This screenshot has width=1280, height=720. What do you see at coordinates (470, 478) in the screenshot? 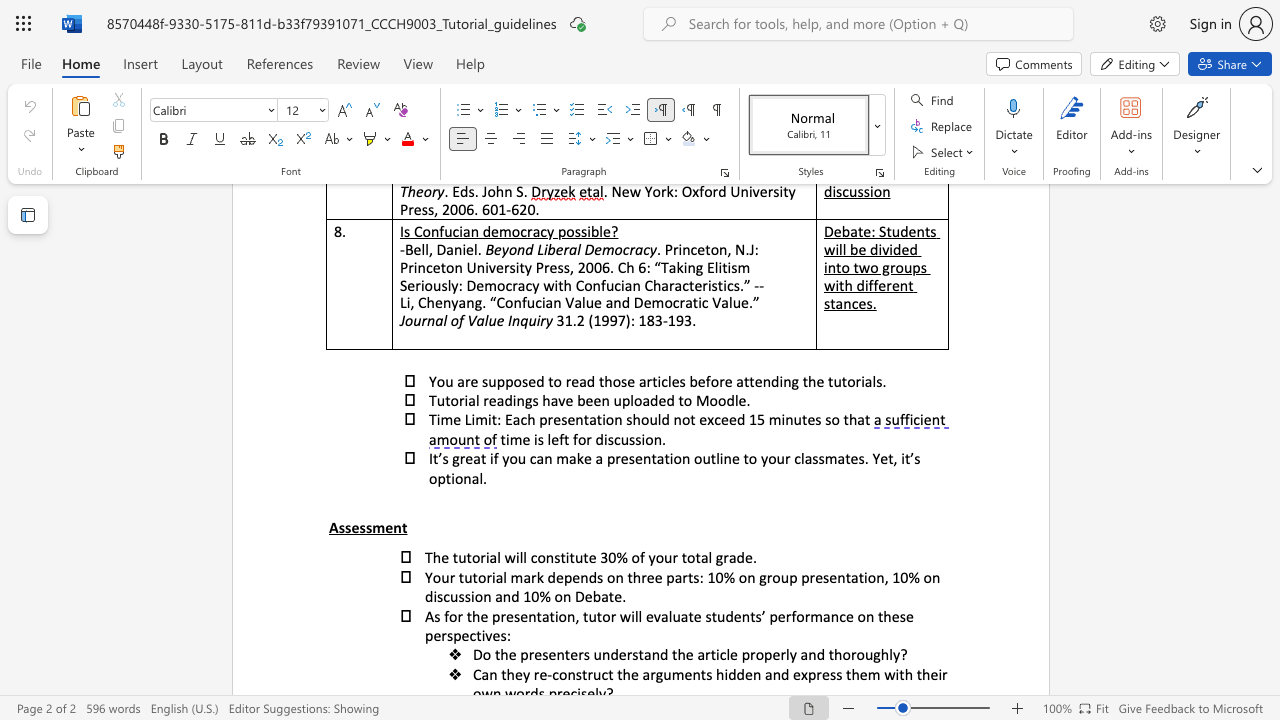
I see `the subset text "al" within the text "optional."` at bounding box center [470, 478].